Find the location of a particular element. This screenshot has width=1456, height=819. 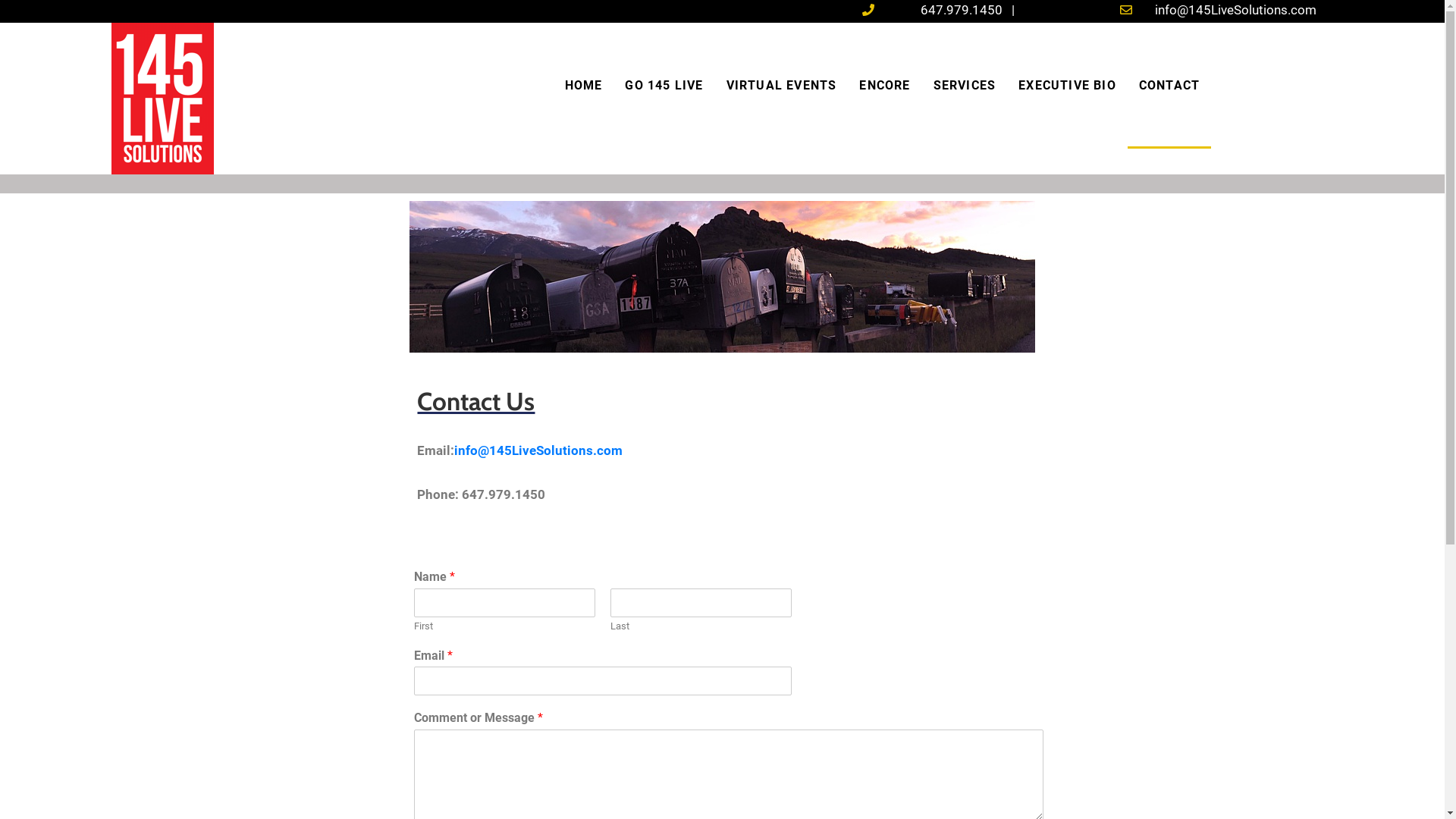

'647.979.1450' is located at coordinates (960, 9).